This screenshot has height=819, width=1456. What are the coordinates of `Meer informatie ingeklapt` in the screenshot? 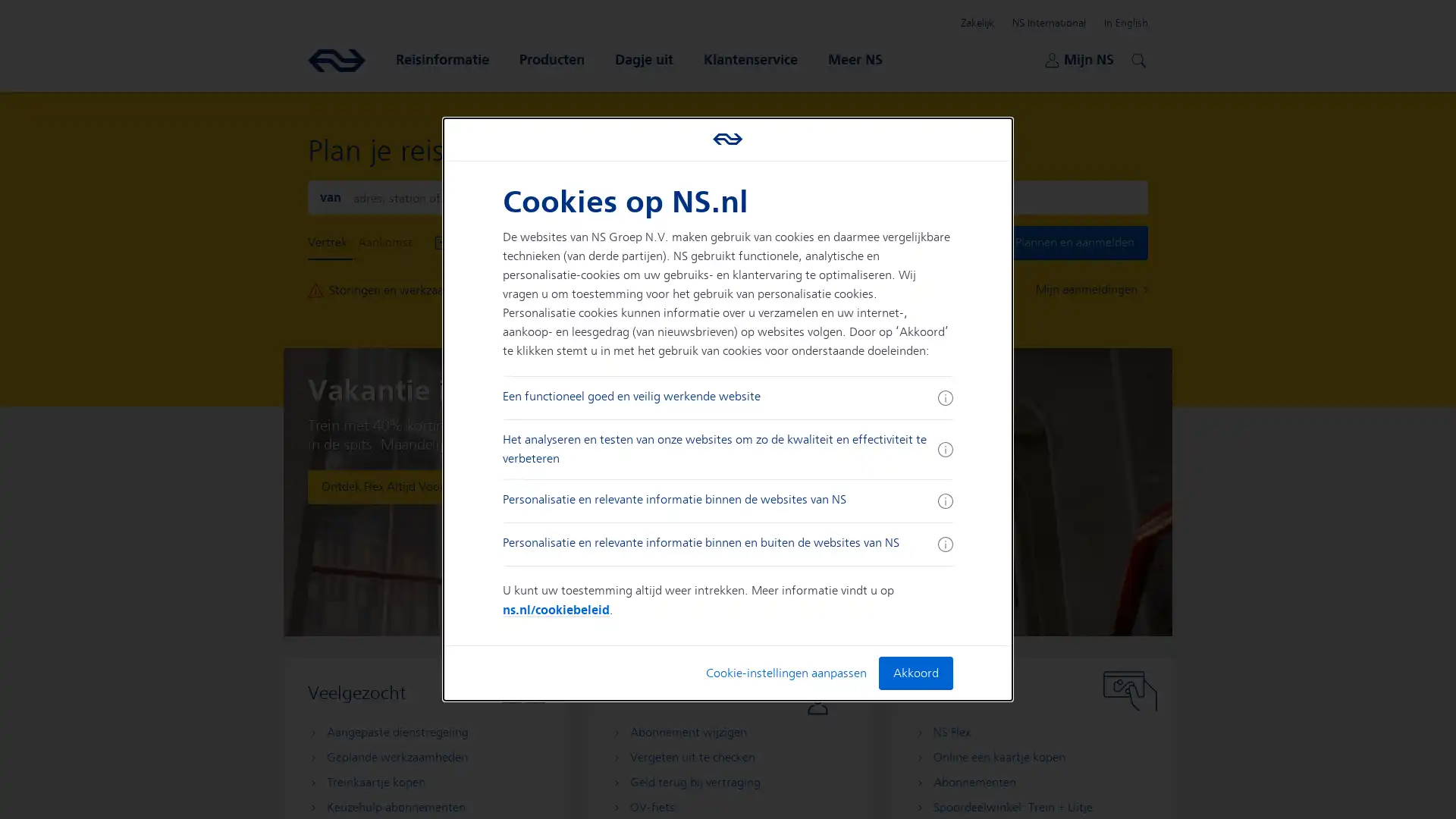 It's located at (944, 500).